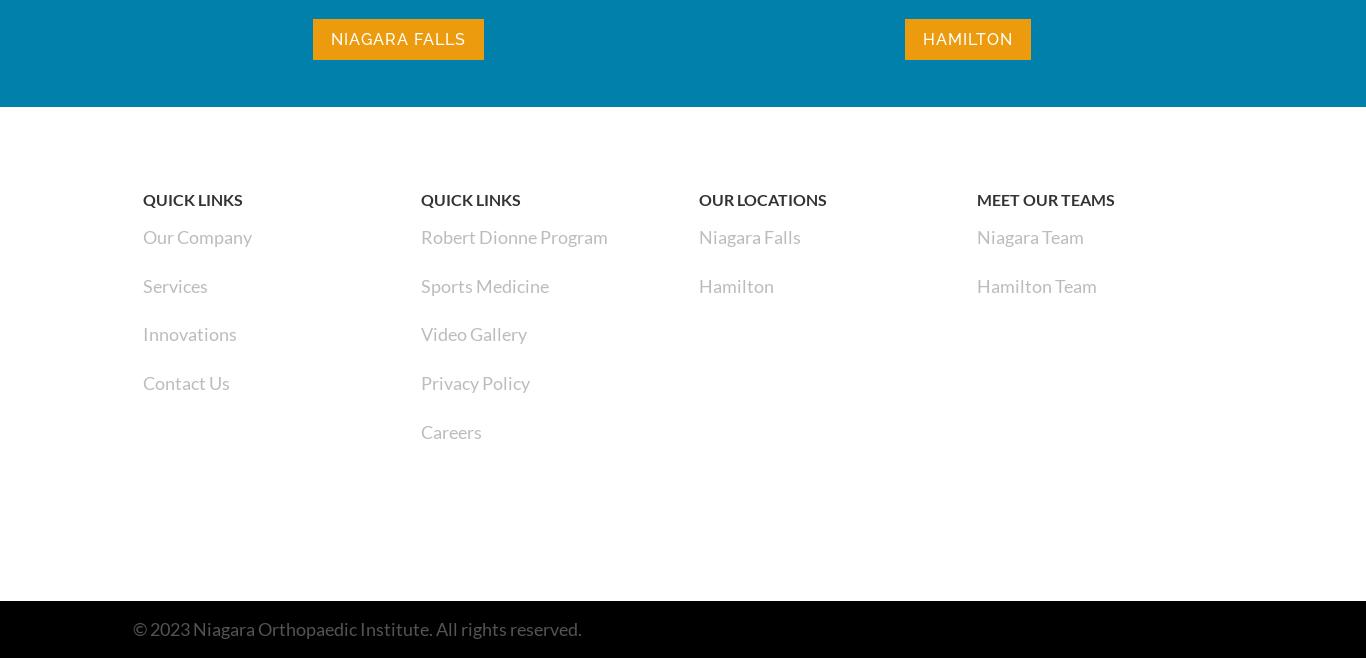  What do you see at coordinates (356, 628) in the screenshot?
I see `'© 2023 Niagara Orthopaedic Institute. All rights reserved.'` at bounding box center [356, 628].